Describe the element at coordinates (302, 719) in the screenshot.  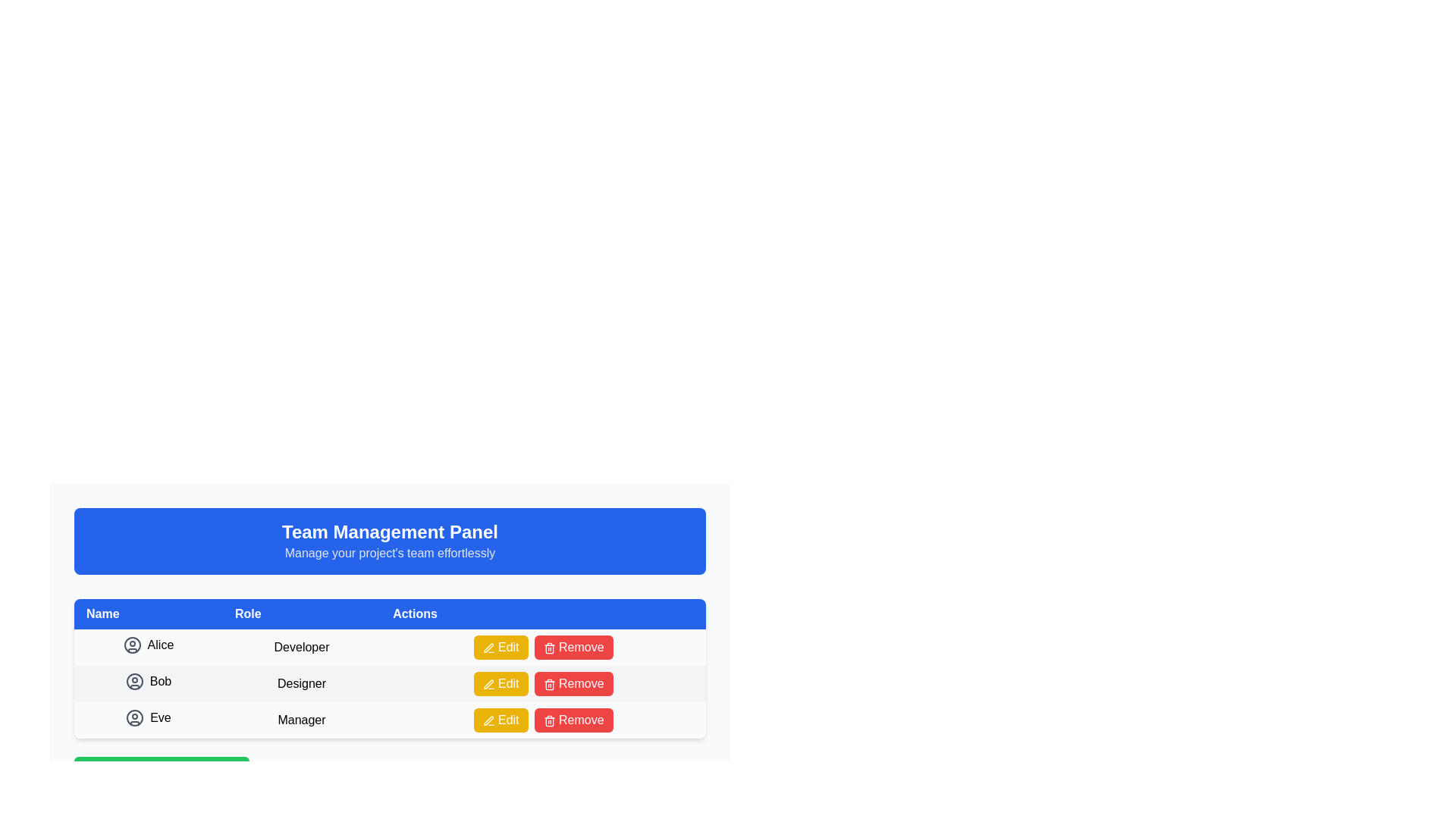
I see `the static textual display element that shows the role of 'Eve' in the second column of the table layout` at that location.